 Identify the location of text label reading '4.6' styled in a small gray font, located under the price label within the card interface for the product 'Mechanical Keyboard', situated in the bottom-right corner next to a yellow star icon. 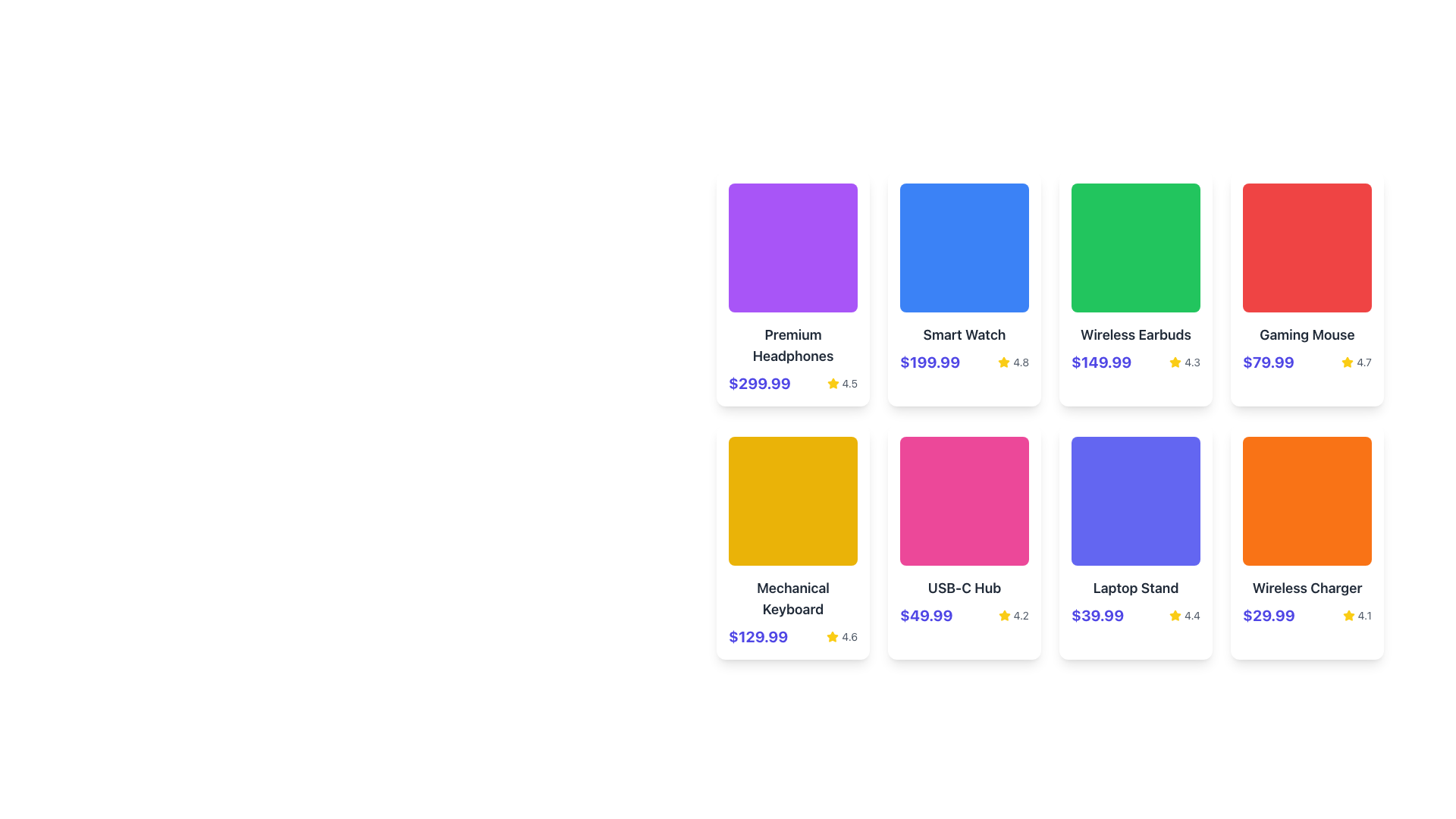
(849, 637).